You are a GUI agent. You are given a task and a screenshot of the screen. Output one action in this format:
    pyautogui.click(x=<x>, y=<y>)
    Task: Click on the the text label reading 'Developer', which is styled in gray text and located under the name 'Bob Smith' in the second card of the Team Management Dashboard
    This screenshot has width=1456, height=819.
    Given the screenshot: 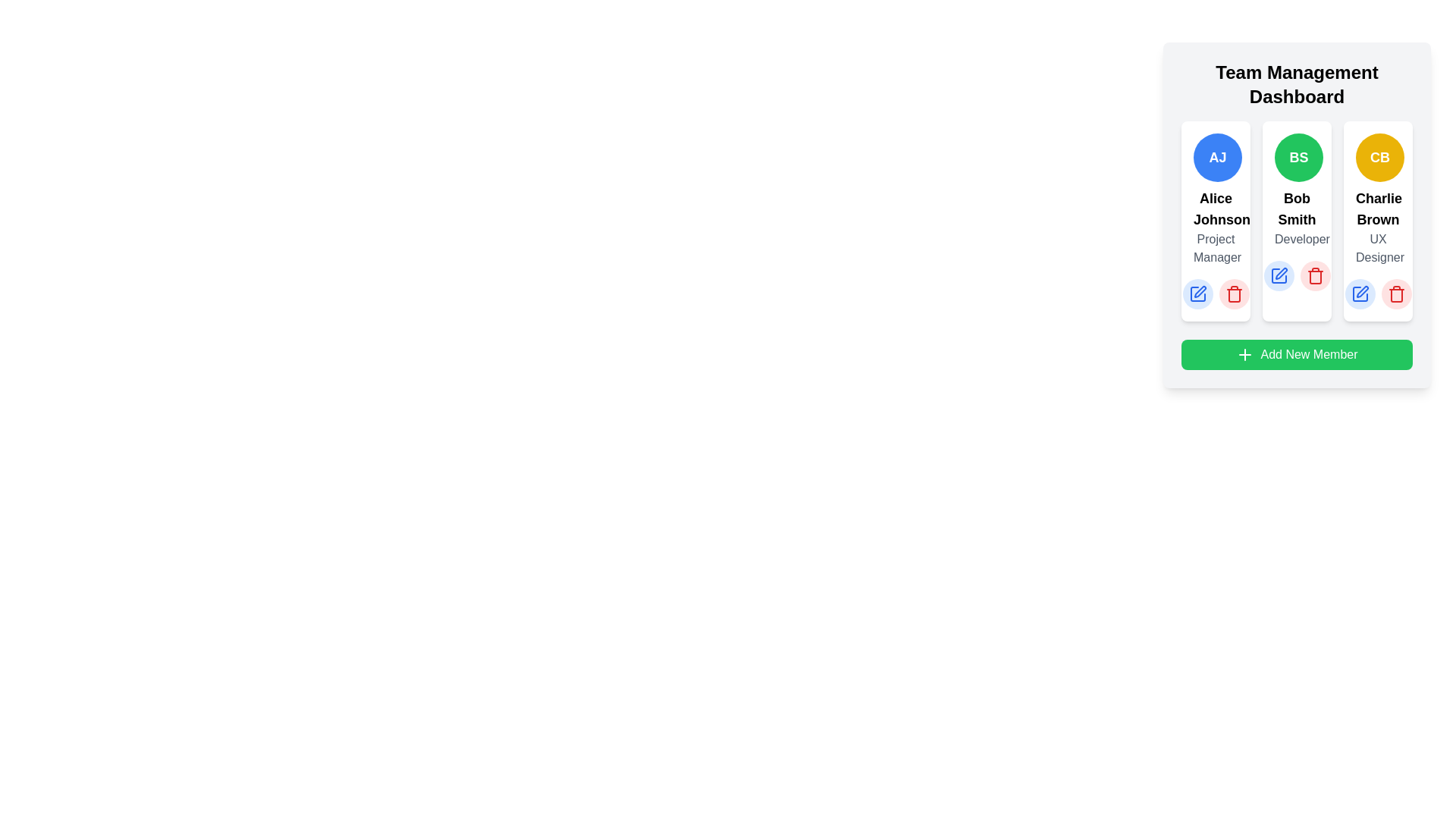 What is the action you would take?
    pyautogui.click(x=1296, y=239)
    